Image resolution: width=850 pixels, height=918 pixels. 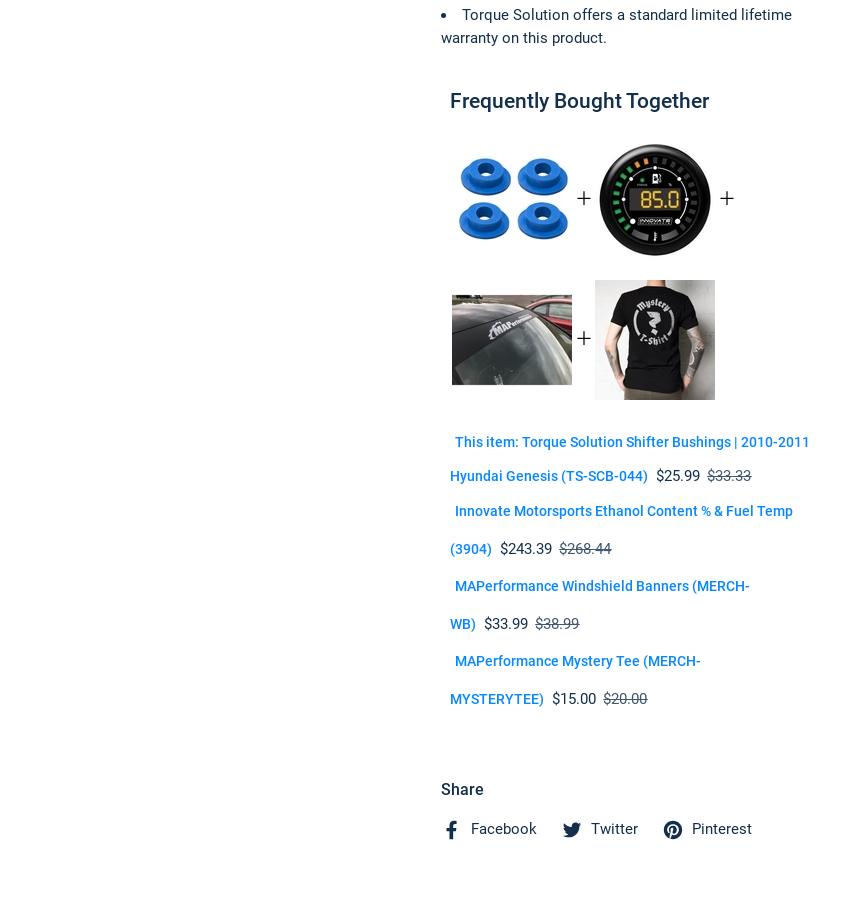 I want to click on '$20.00', so click(x=601, y=696).